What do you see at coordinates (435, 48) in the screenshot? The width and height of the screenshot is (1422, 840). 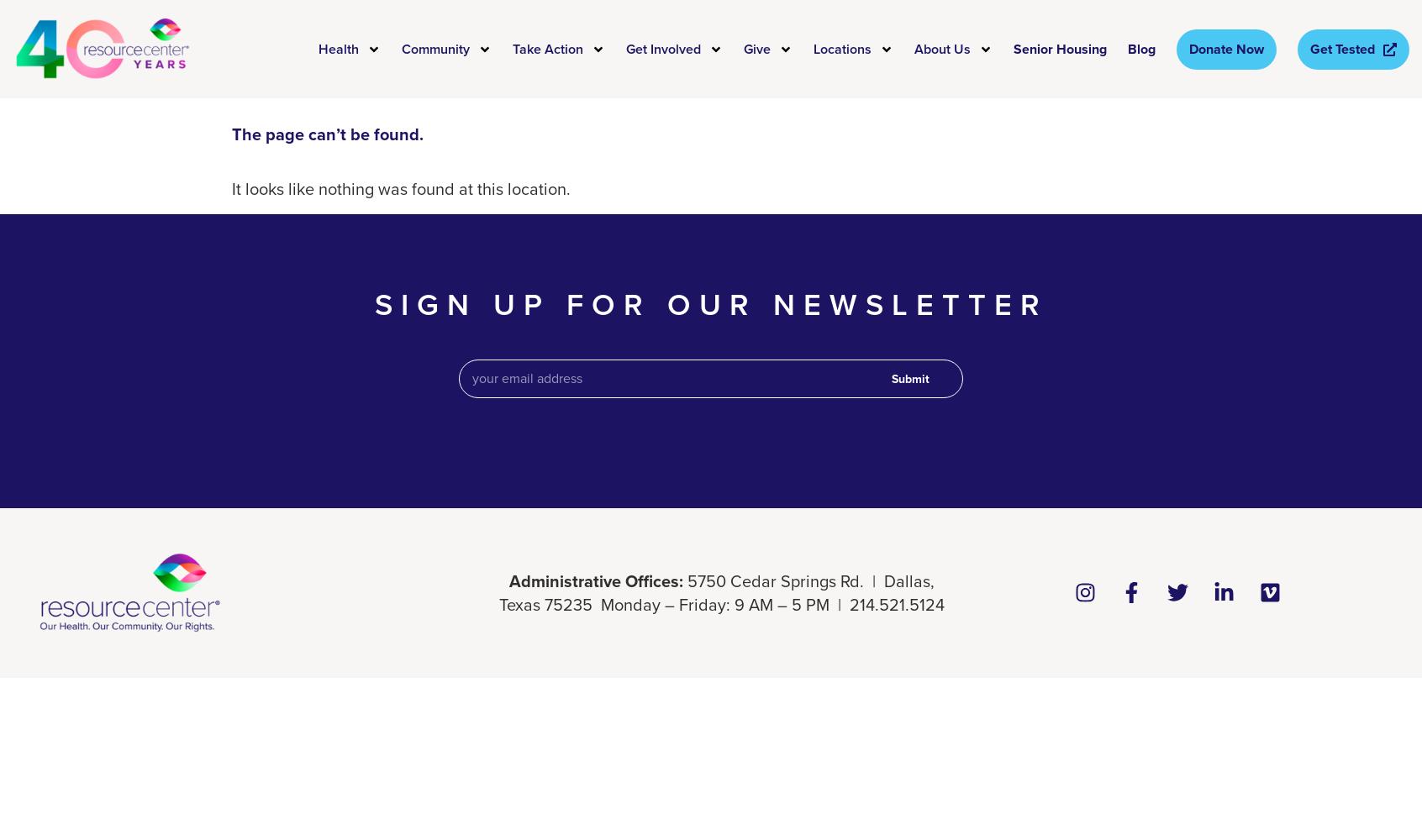 I see `'Community'` at bounding box center [435, 48].